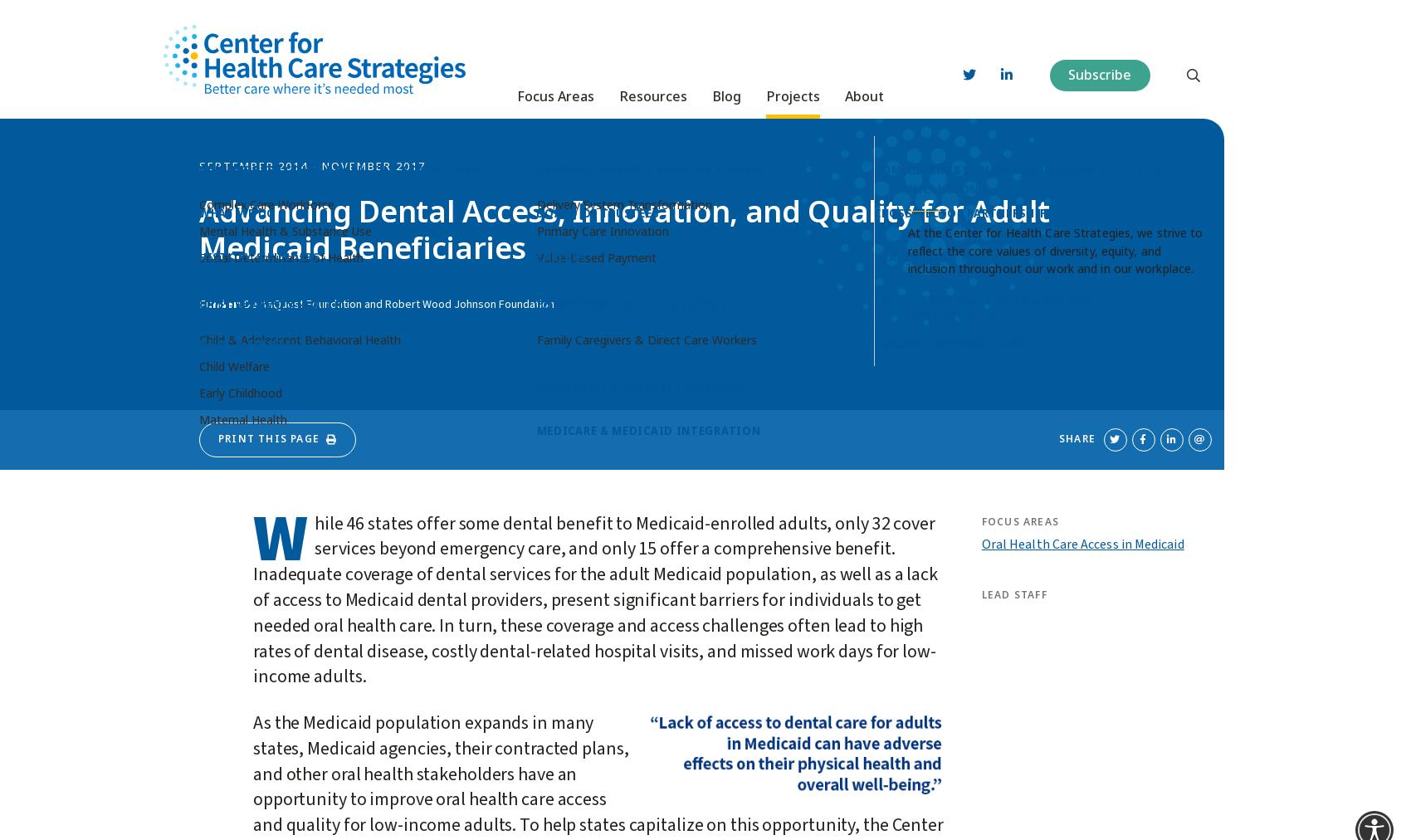 The height and width of the screenshot is (840, 1411). Describe the element at coordinates (863, 81) in the screenshot. I see `'About'` at that location.